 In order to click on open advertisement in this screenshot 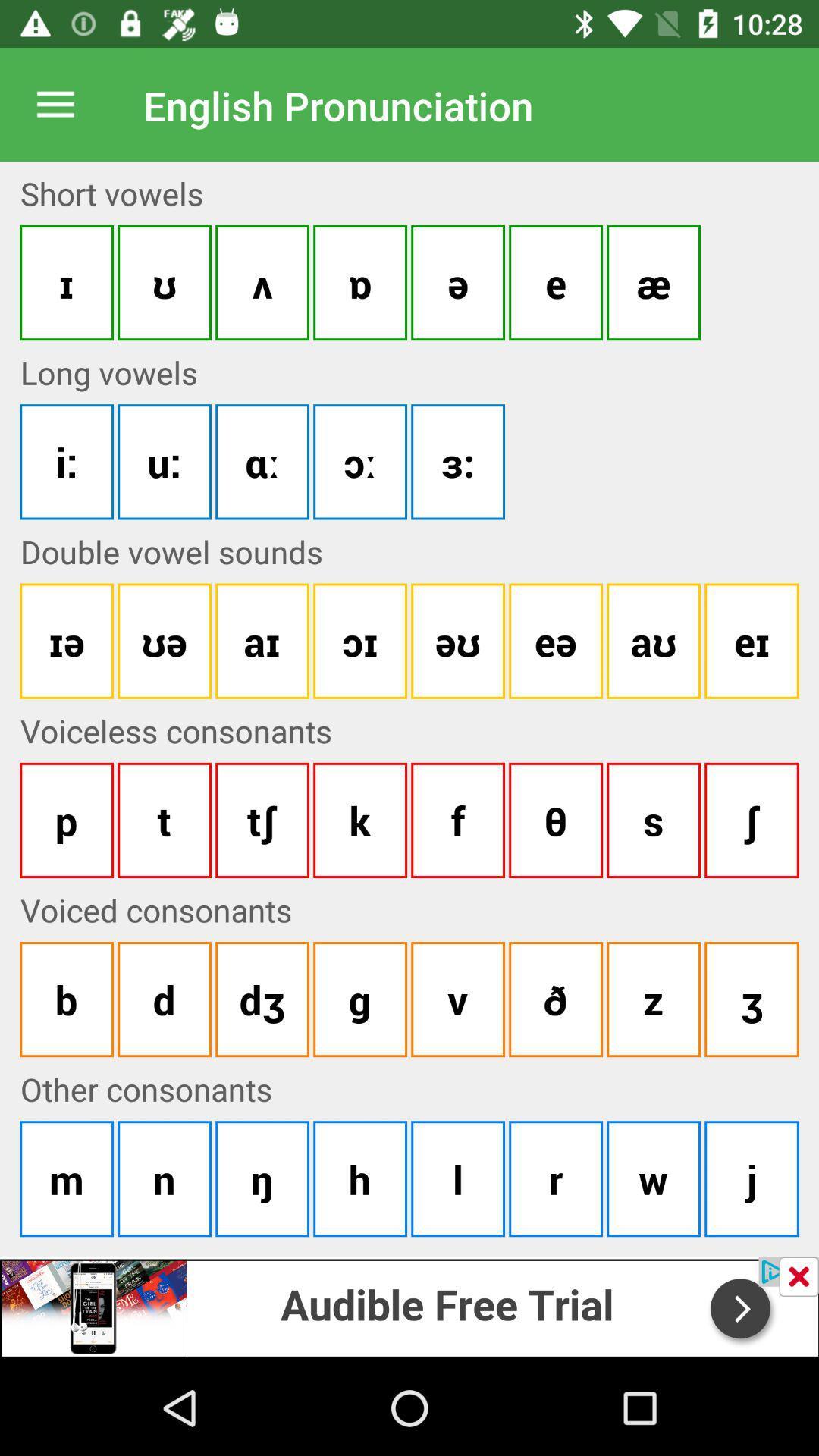, I will do `click(409, 1306)`.